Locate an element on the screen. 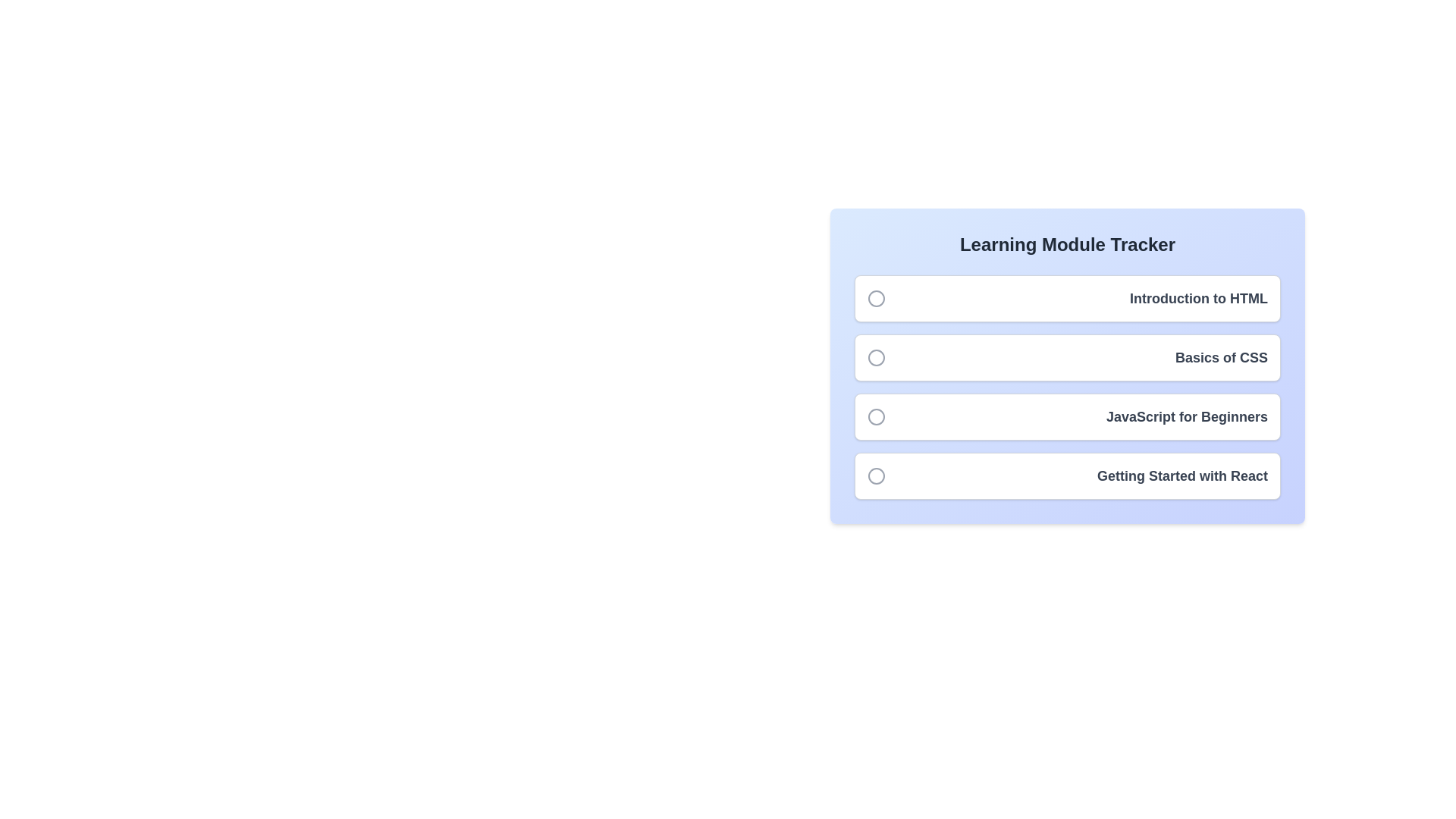 The image size is (1456, 819). the fourth clickable item in the 'Learning Module Tracker' is located at coordinates (1066, 475).